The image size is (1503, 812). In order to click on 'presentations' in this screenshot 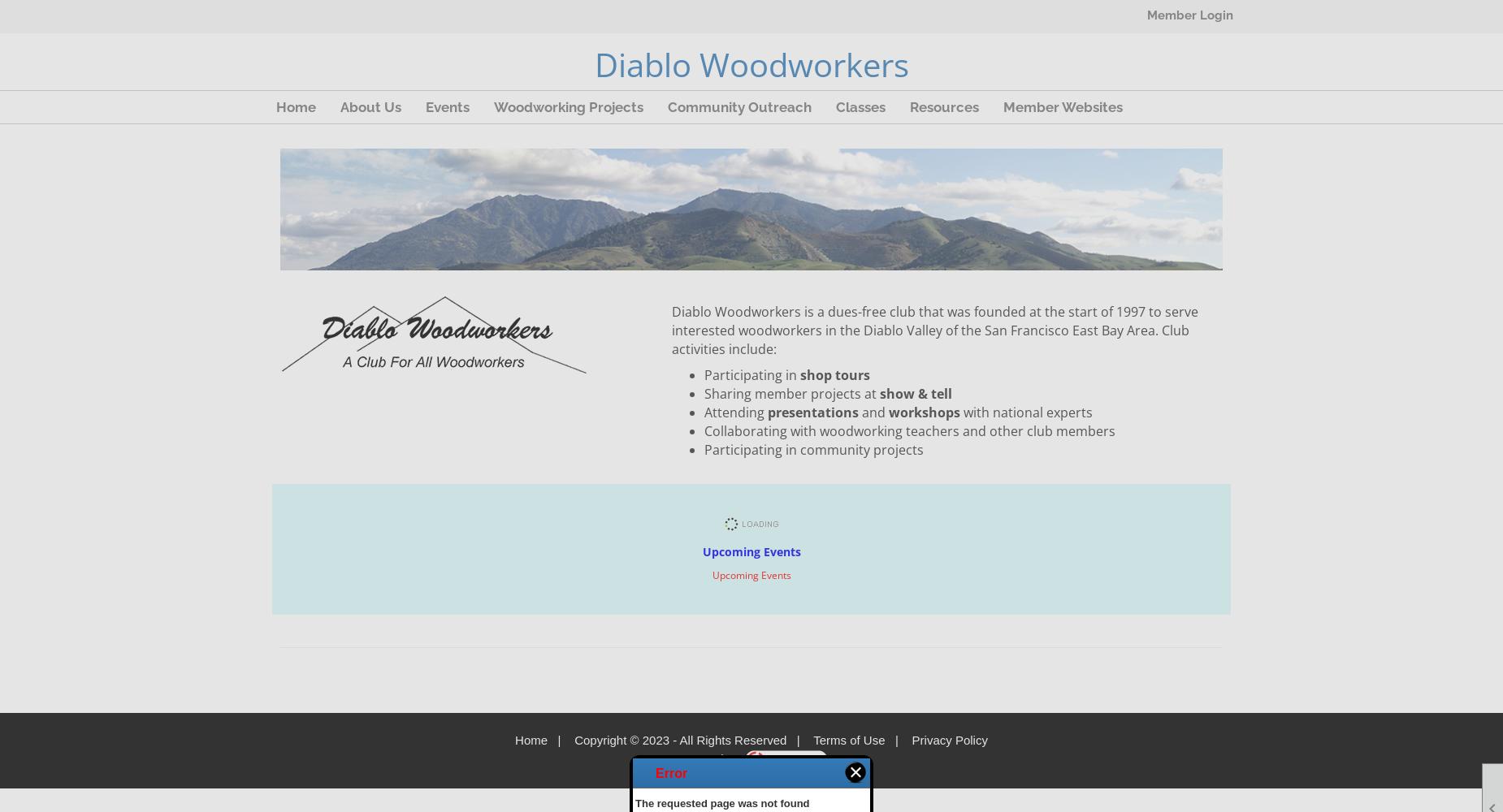, I will do `click(814, 412)`.